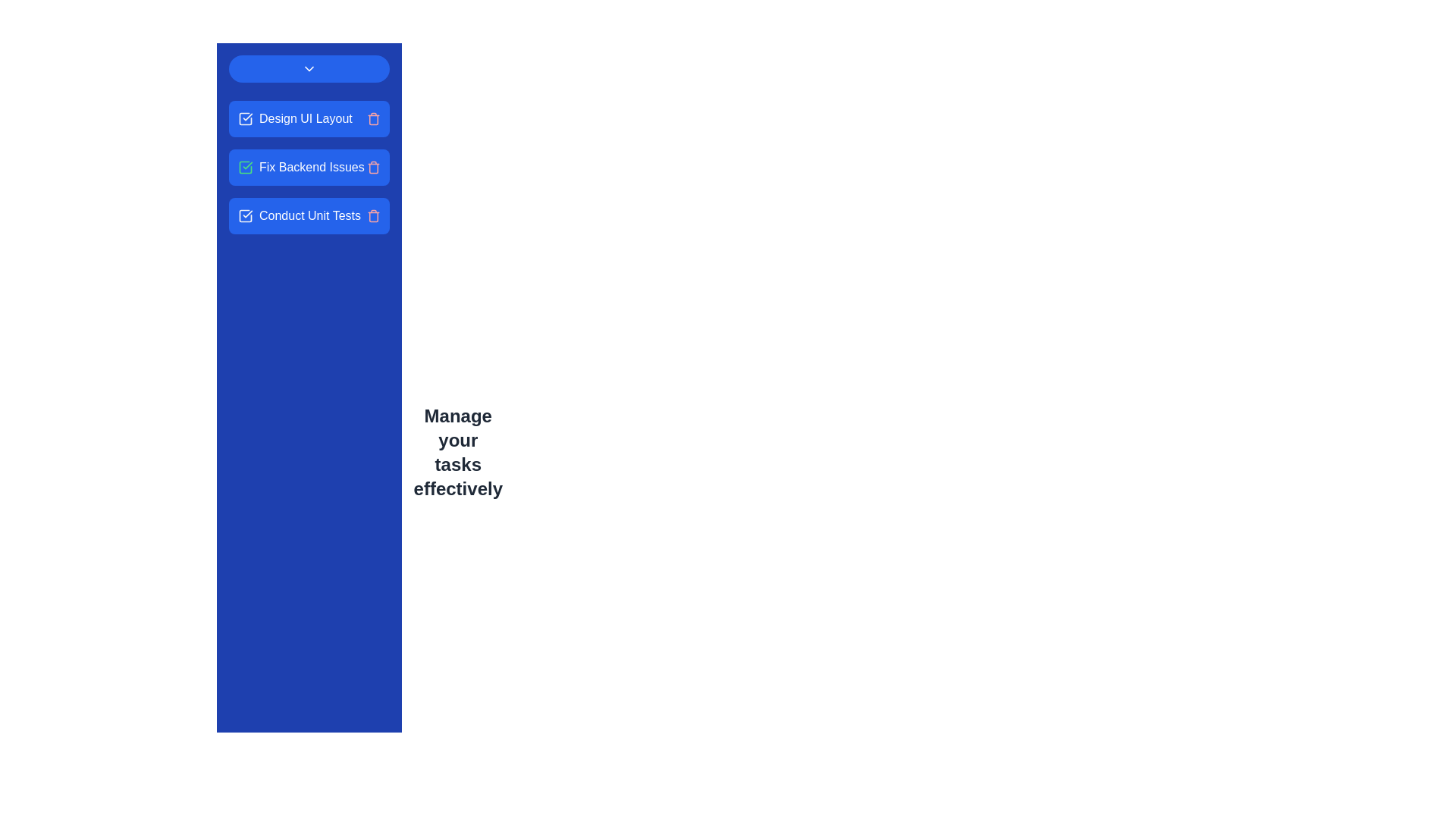 This screenshot has height=819, width=1456. Describe the element at coordinates (308, 167) in the screenshot. I see `the second list item labeled 'Fix Backend Issues' with a checked icon on the left and a delete icon on the right` at that location.